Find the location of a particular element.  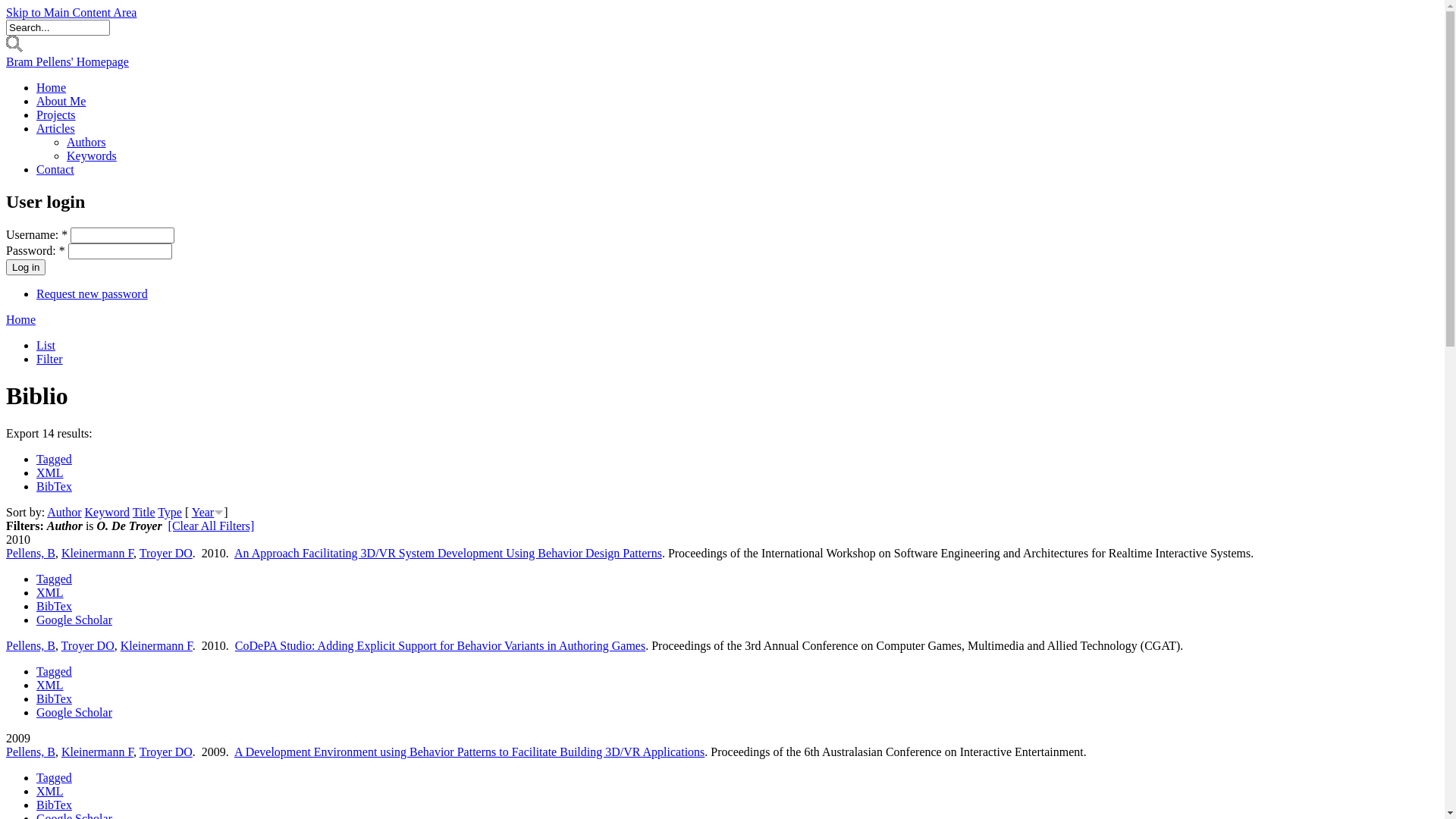

'About Me' is located at coordinates (61, 101).